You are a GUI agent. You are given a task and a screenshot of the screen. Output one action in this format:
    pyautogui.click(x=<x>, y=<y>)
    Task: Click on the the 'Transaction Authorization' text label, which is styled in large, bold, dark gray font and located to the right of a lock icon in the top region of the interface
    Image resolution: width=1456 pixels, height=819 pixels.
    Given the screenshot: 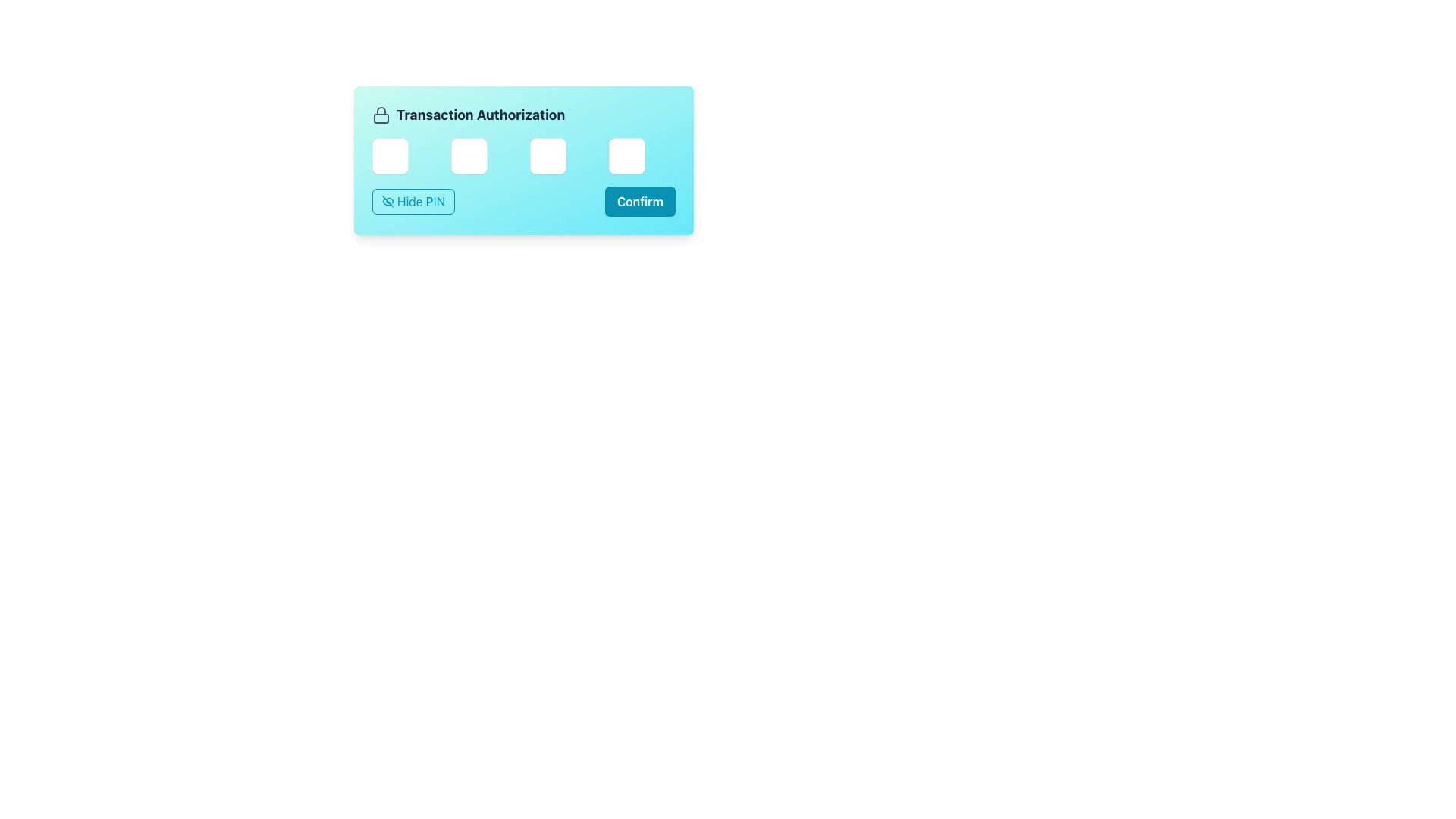 What is the action you would take?
    pyautogui.click(x=480, y=114)
    